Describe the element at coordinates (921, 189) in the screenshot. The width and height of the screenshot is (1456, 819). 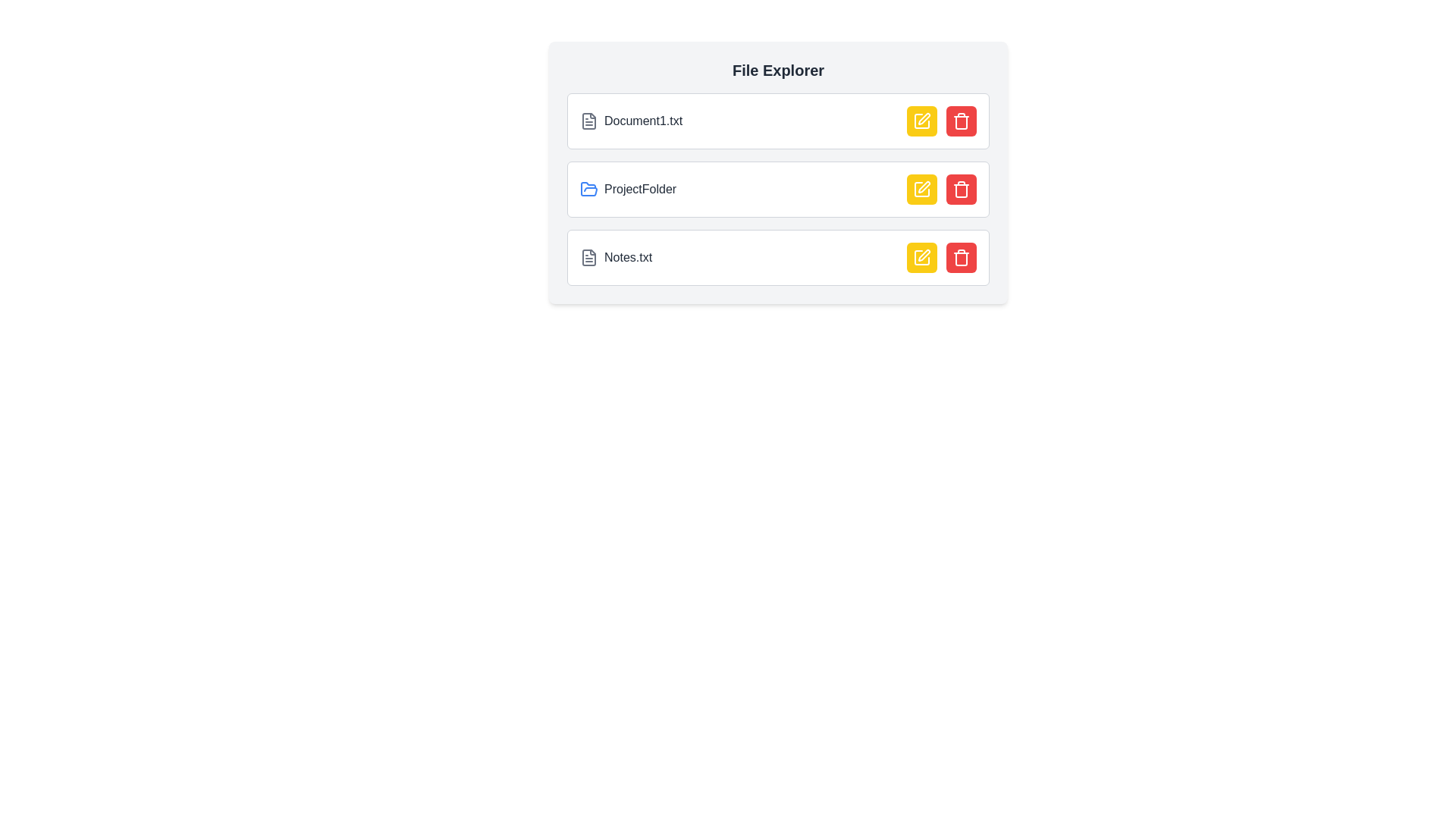
I see `the pen-shaped icon on a yellow circular background located to the right of the 'ProjectFolder' label` at that location.